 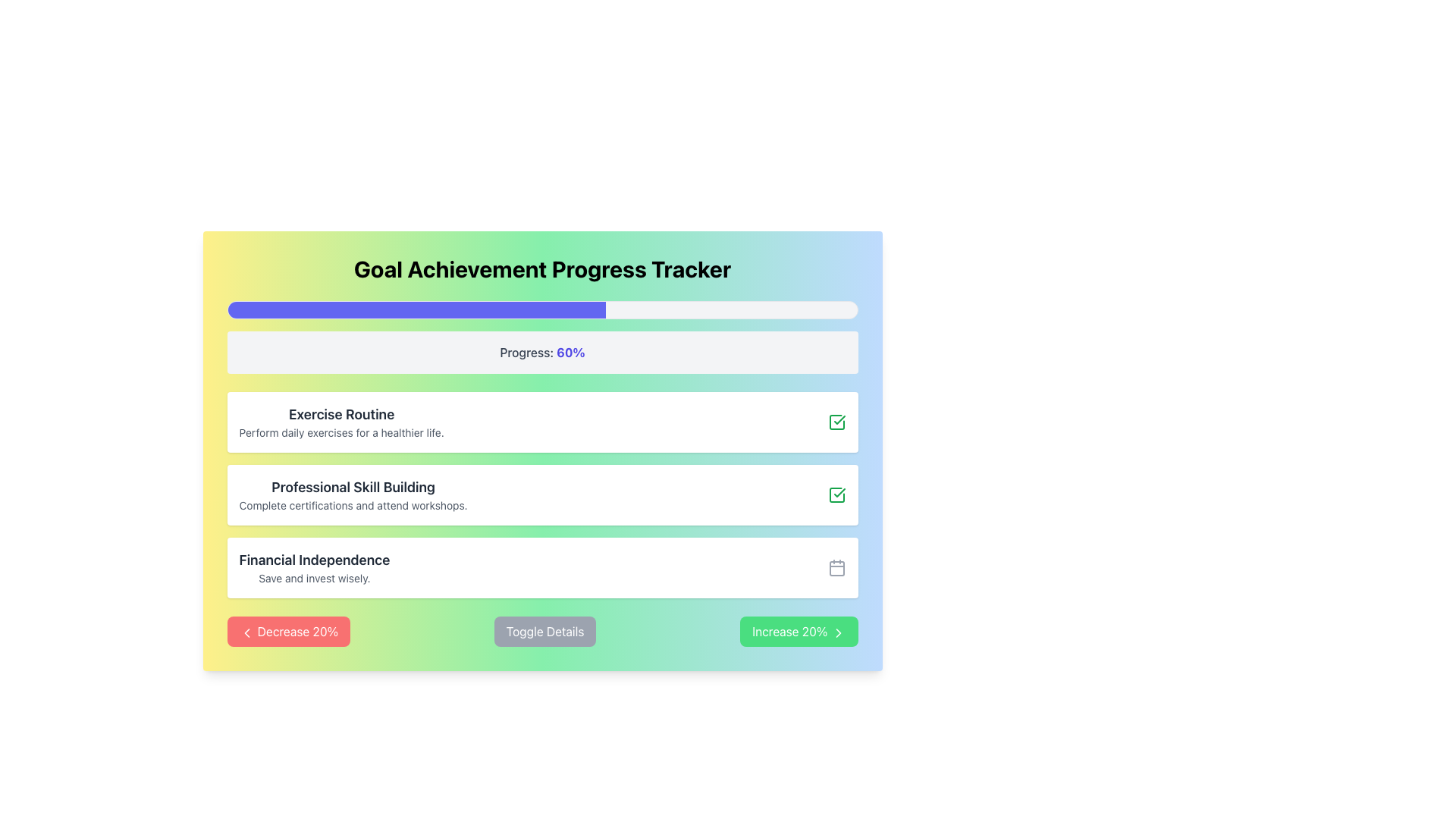 What do you see at coordinates (837, 632) in the screenshot?
I see `the icon on the far right side of the 'Increase 20%' button which indicates a forward or rightward action` at bounding box center [837, 632].